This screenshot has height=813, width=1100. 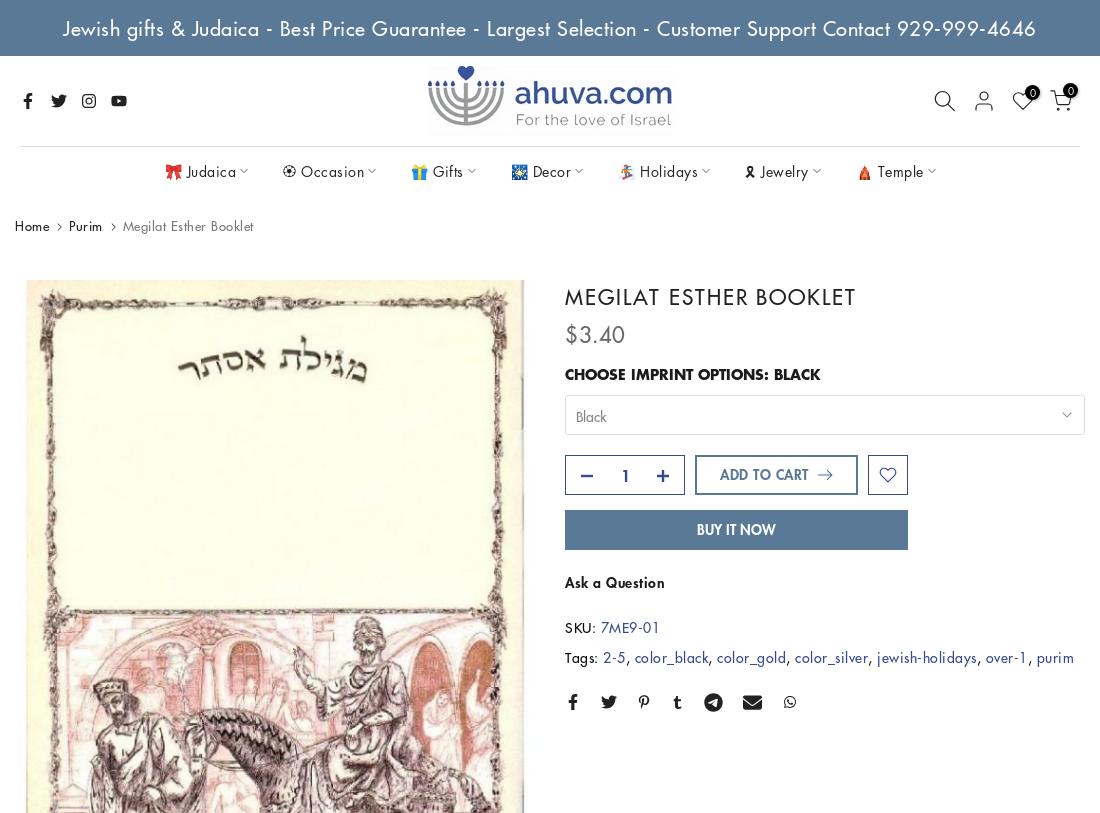 What do you see at coordinates (519, 368) in the screenshot?
I see `'Kiddush Cups'` at bounding box center [519, 368].